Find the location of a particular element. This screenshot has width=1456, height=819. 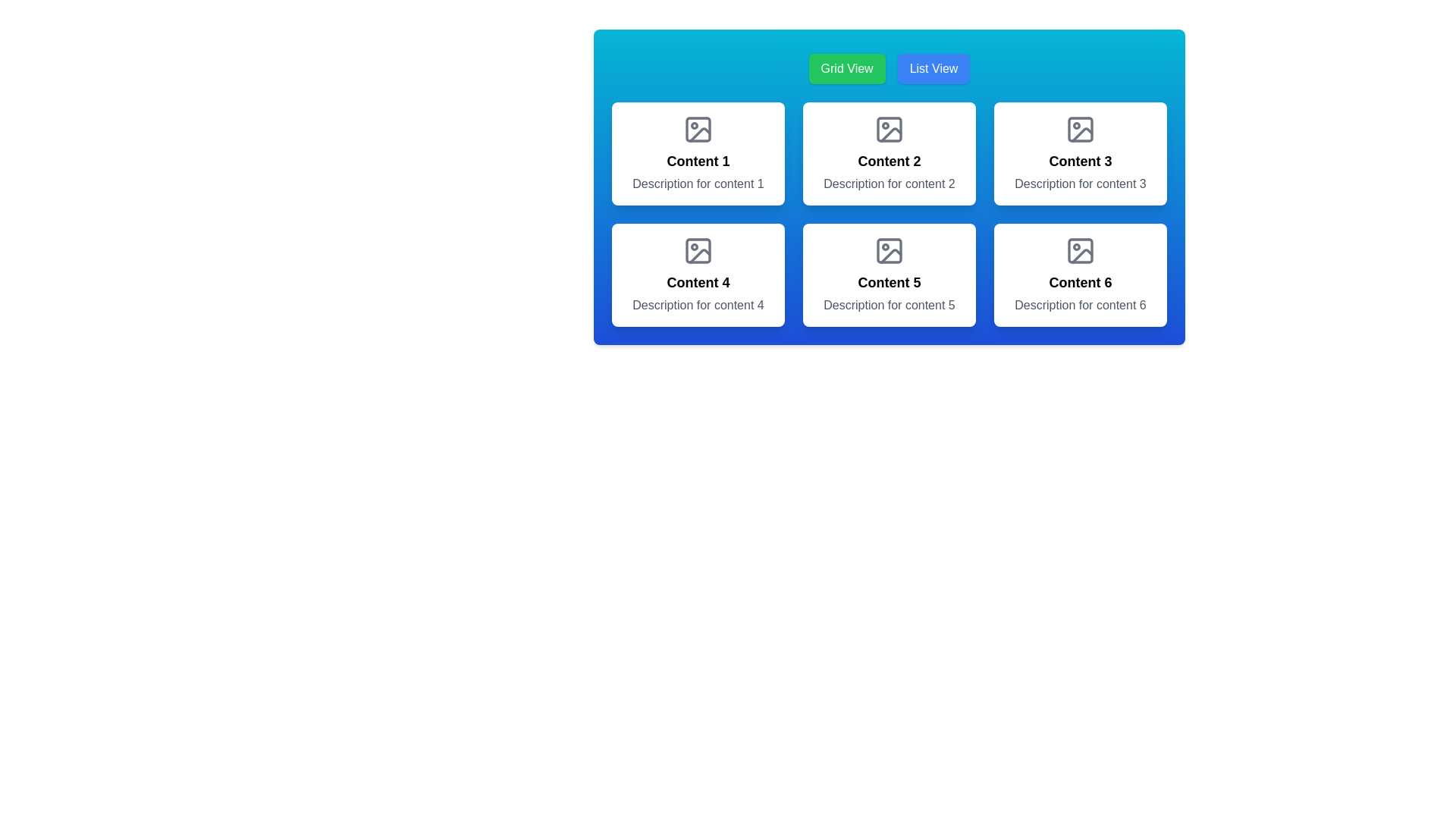

the vector graphic element within the 'Content 3' card that is styled as part of an icon, located near the top-left of the card's image placeholder is located at coordinates (1080, 128).